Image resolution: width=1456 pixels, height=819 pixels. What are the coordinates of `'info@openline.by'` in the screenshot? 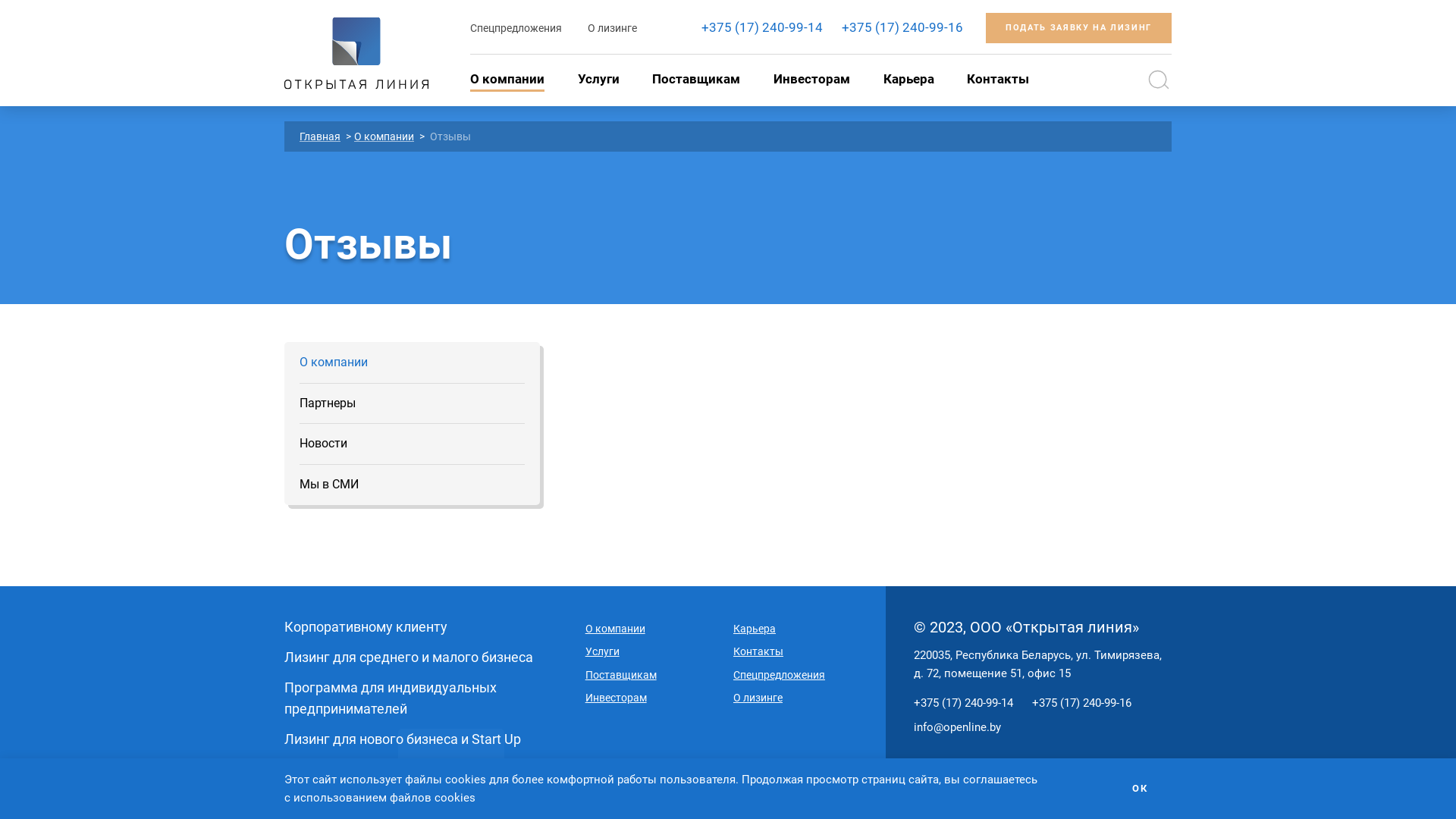 It's located at (912, 726).